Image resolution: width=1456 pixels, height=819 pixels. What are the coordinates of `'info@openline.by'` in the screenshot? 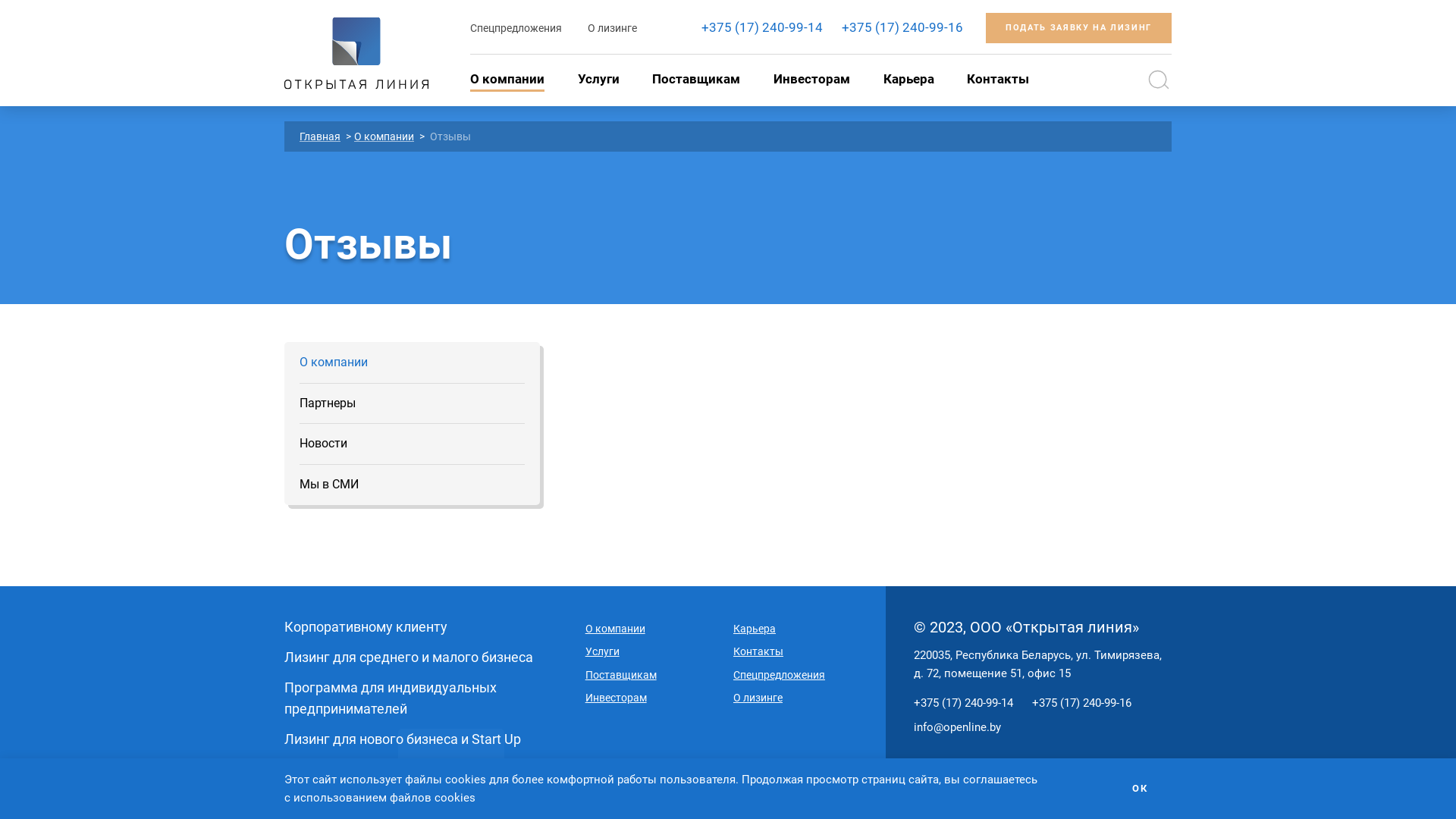 It's located at (912, 726).